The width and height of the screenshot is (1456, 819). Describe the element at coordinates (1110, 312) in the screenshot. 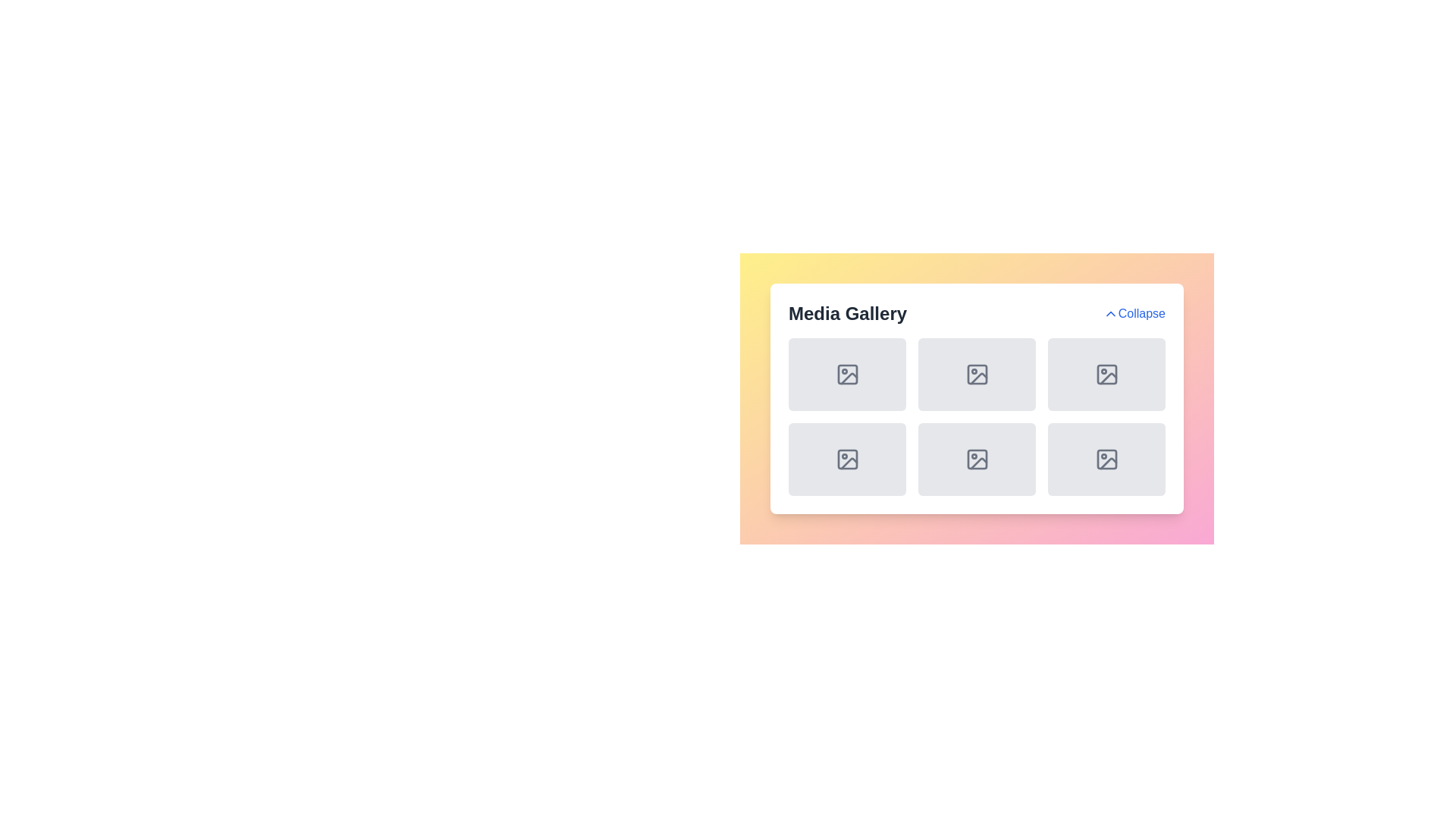

I see `the chevron-shaped icon with a blue outline located to the left of the 'Collapse' text` at that location.